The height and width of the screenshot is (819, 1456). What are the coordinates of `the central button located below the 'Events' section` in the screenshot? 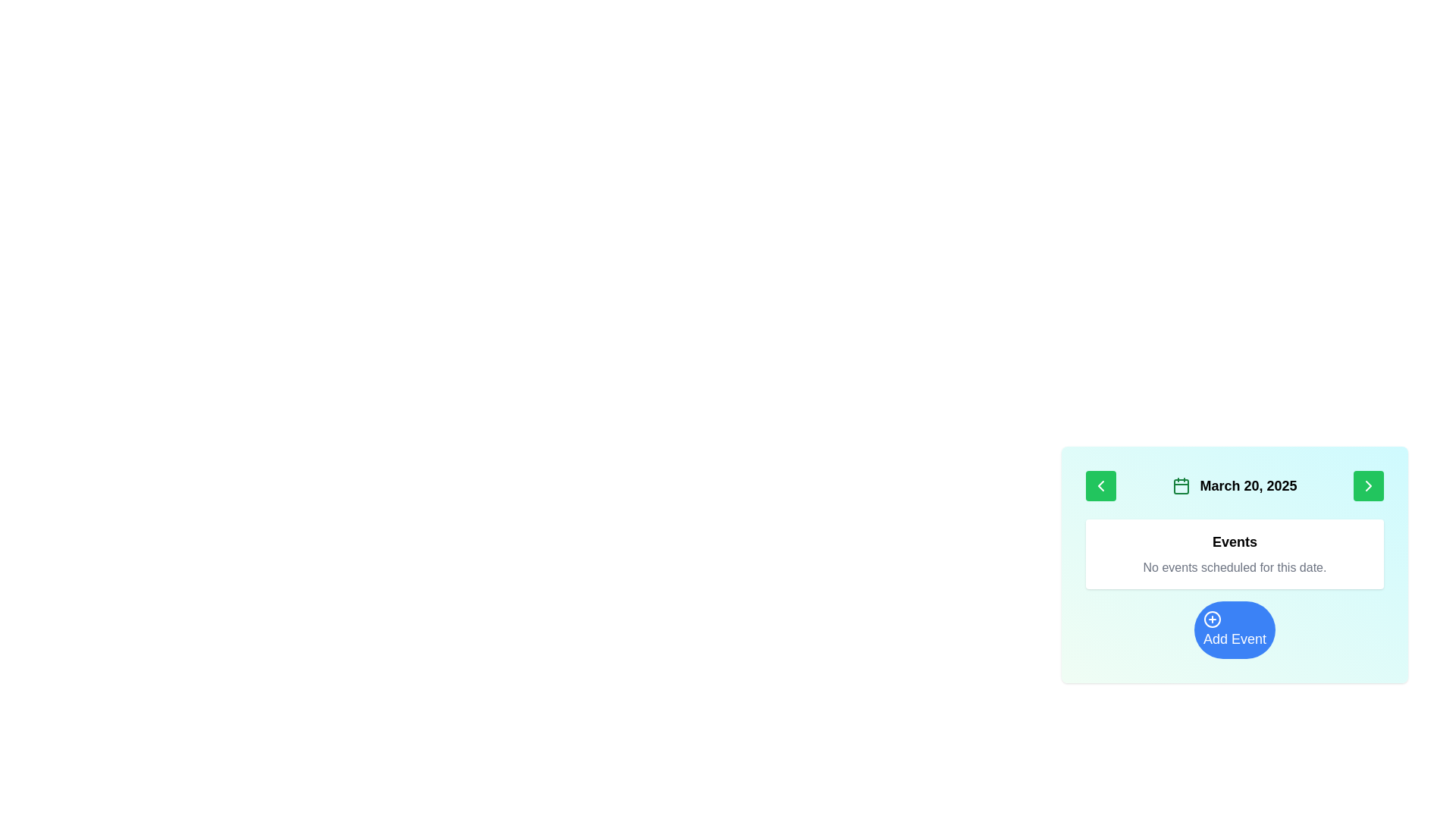 It's located at (1235, 622).